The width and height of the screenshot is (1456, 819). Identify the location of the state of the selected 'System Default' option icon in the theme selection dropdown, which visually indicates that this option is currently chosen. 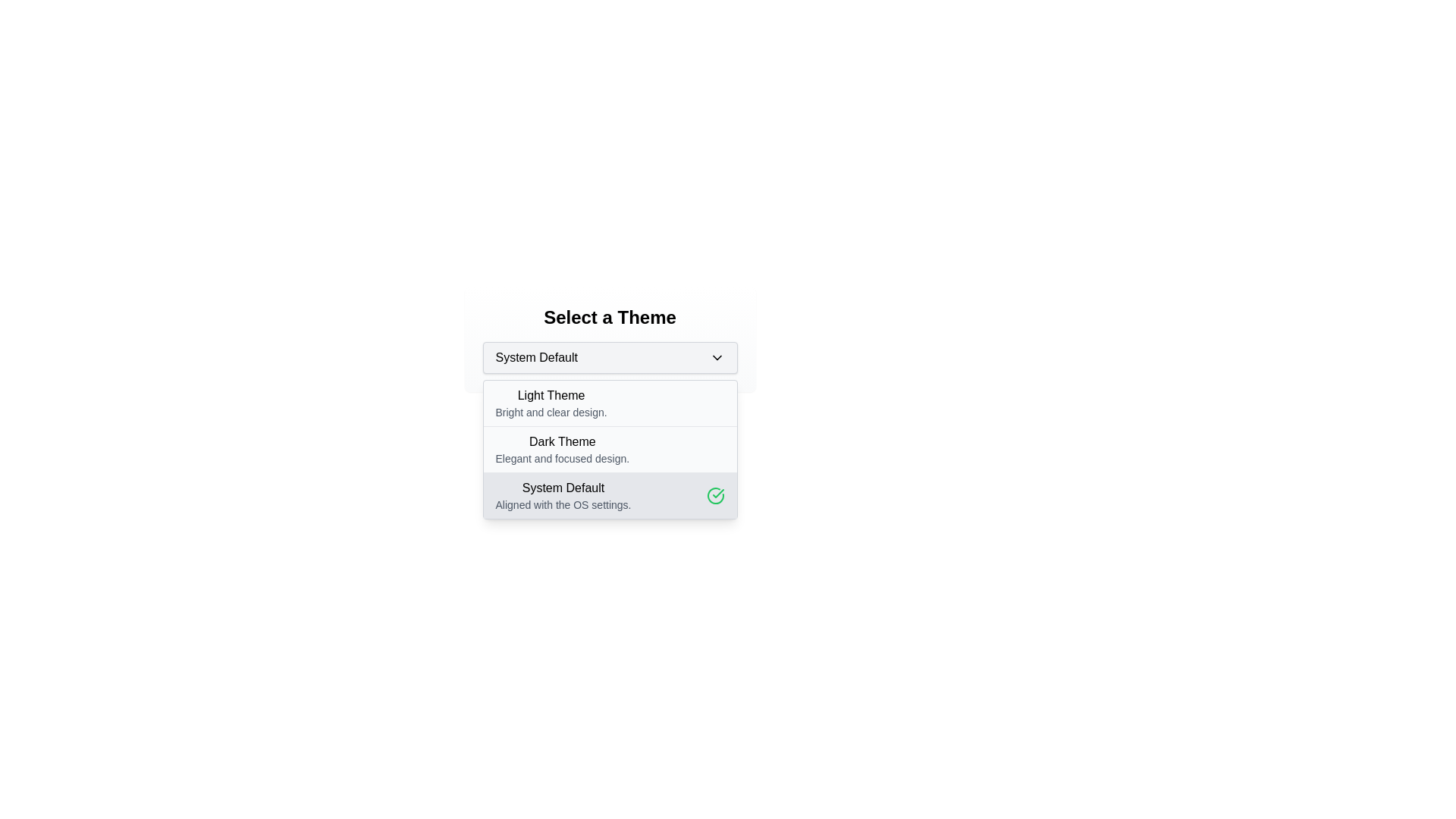
(714, 496).